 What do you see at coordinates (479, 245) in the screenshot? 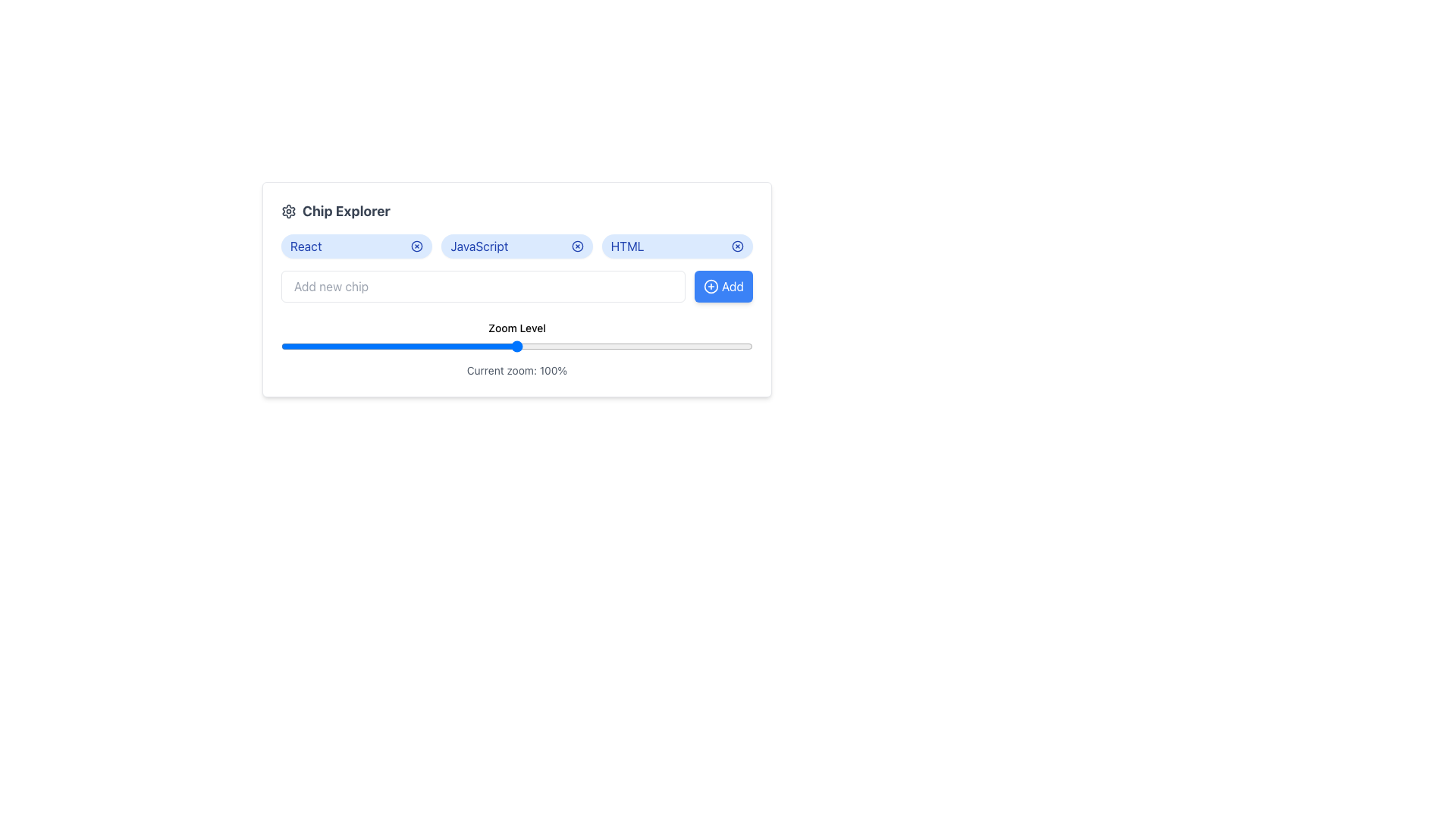
I see `the 'JavaScript' chip element, which is styled in blue on a light blue rounded background, positioned between the 'React' and 'HTML' chips in a horizontal list` at bounding box center [479, 245].